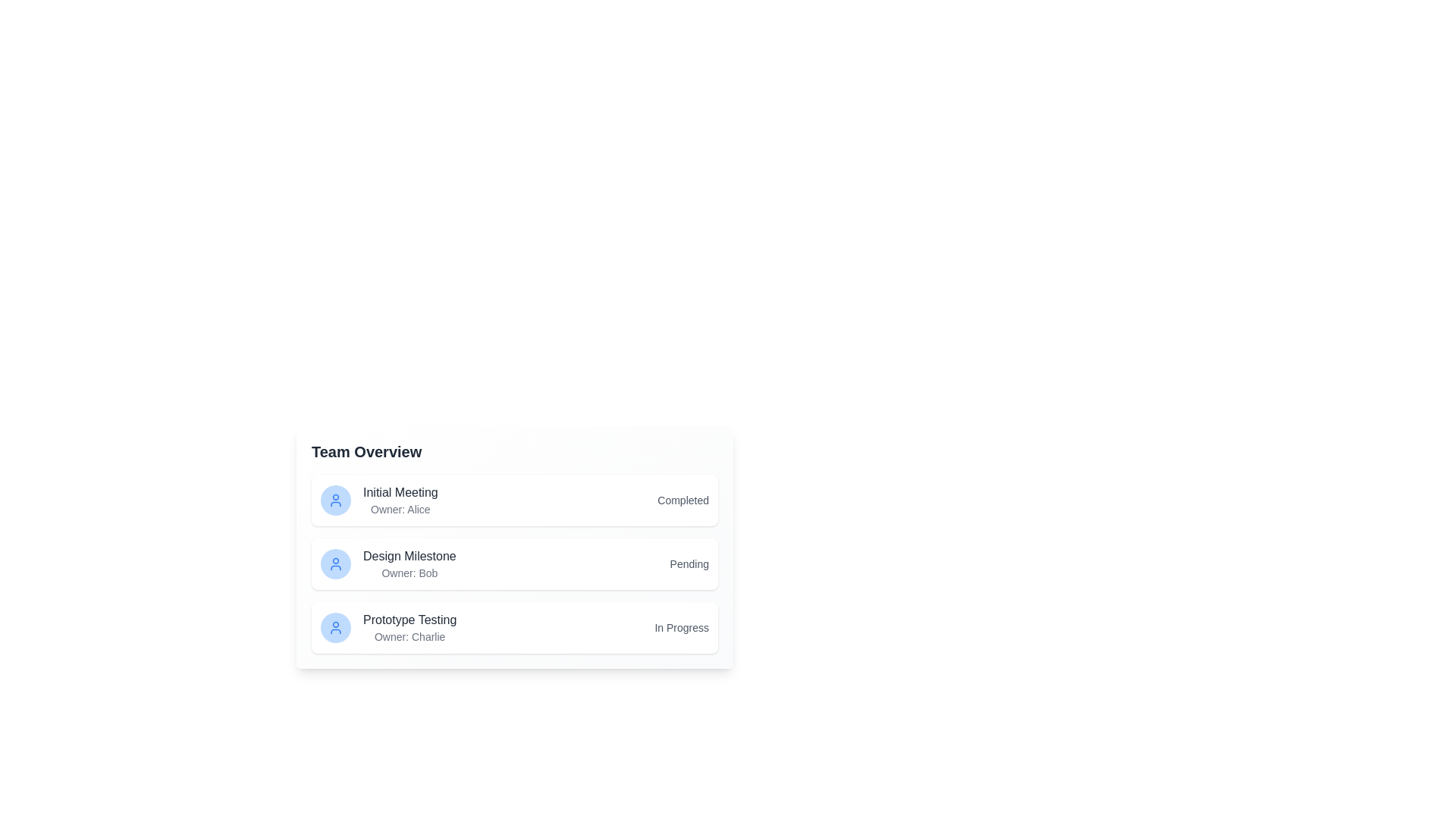 This screenshot has height=819, width=1456. Describe the element at coordinates (681, 628) in the screenshot. I see `the status label indicating 'In Progress' on the card labeled 'Prototype Testing Owner: Charlie'` at that location.